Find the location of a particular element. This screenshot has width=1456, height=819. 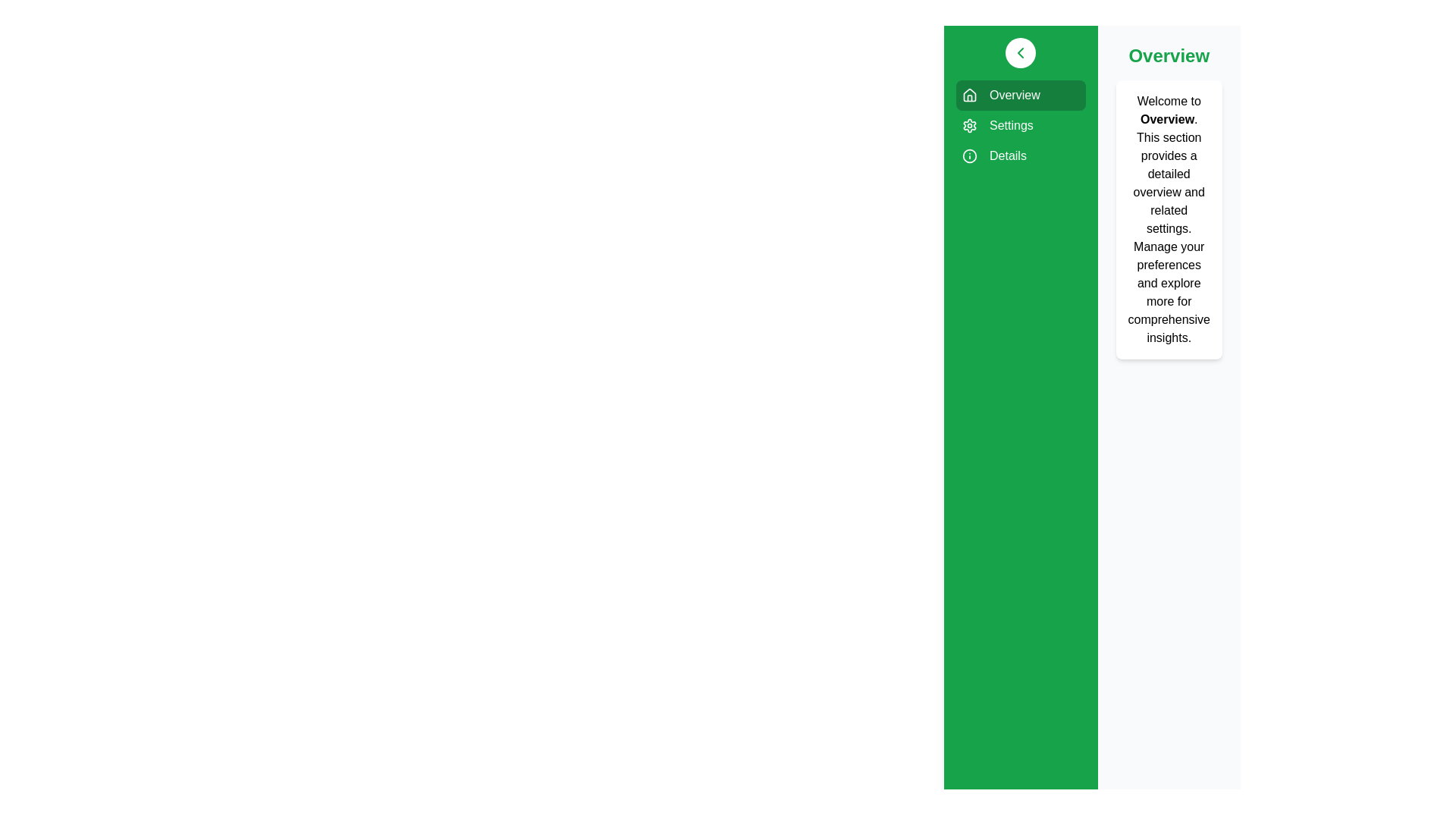

the sidebar item labeled Overview to visualize its hover effect is located at coordinates (1021, 96).